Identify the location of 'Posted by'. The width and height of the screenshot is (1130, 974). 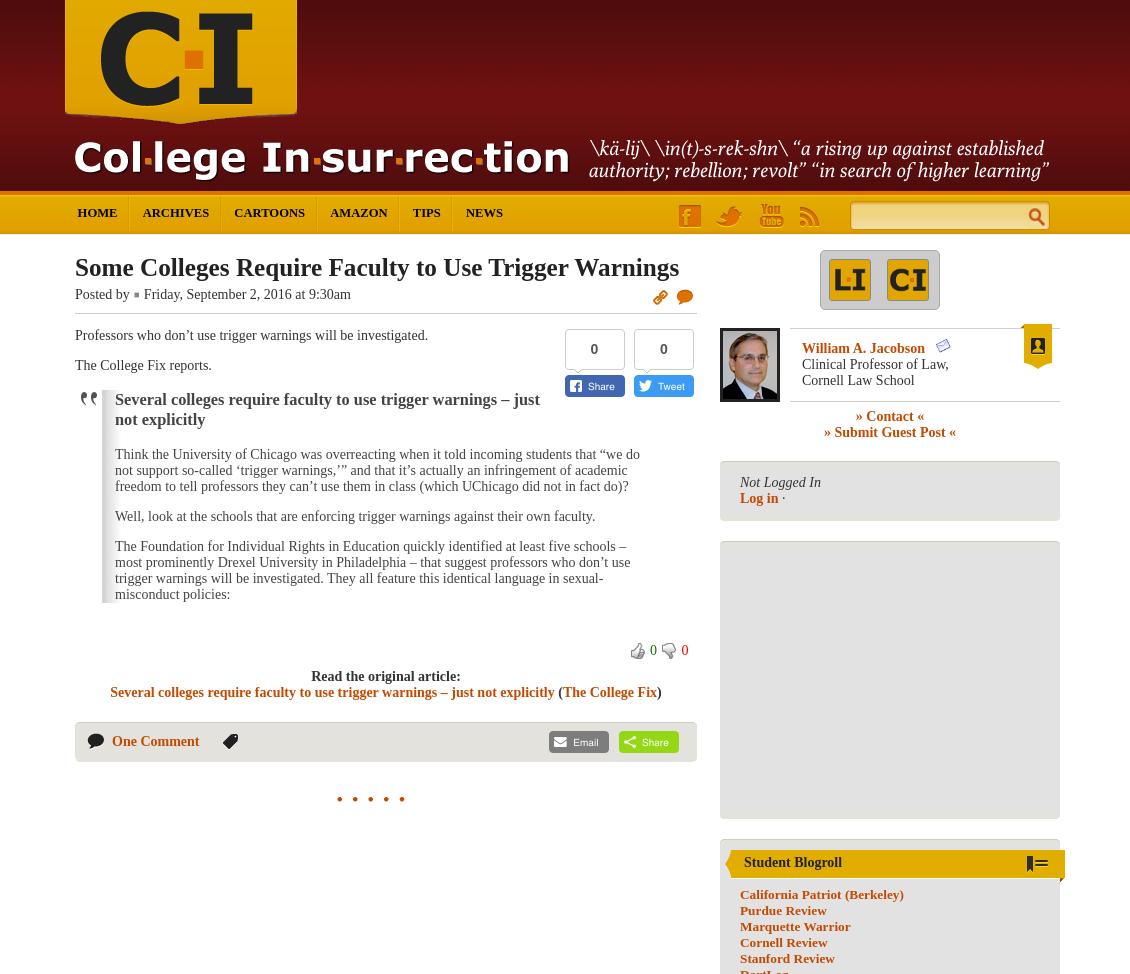
(75, 293).